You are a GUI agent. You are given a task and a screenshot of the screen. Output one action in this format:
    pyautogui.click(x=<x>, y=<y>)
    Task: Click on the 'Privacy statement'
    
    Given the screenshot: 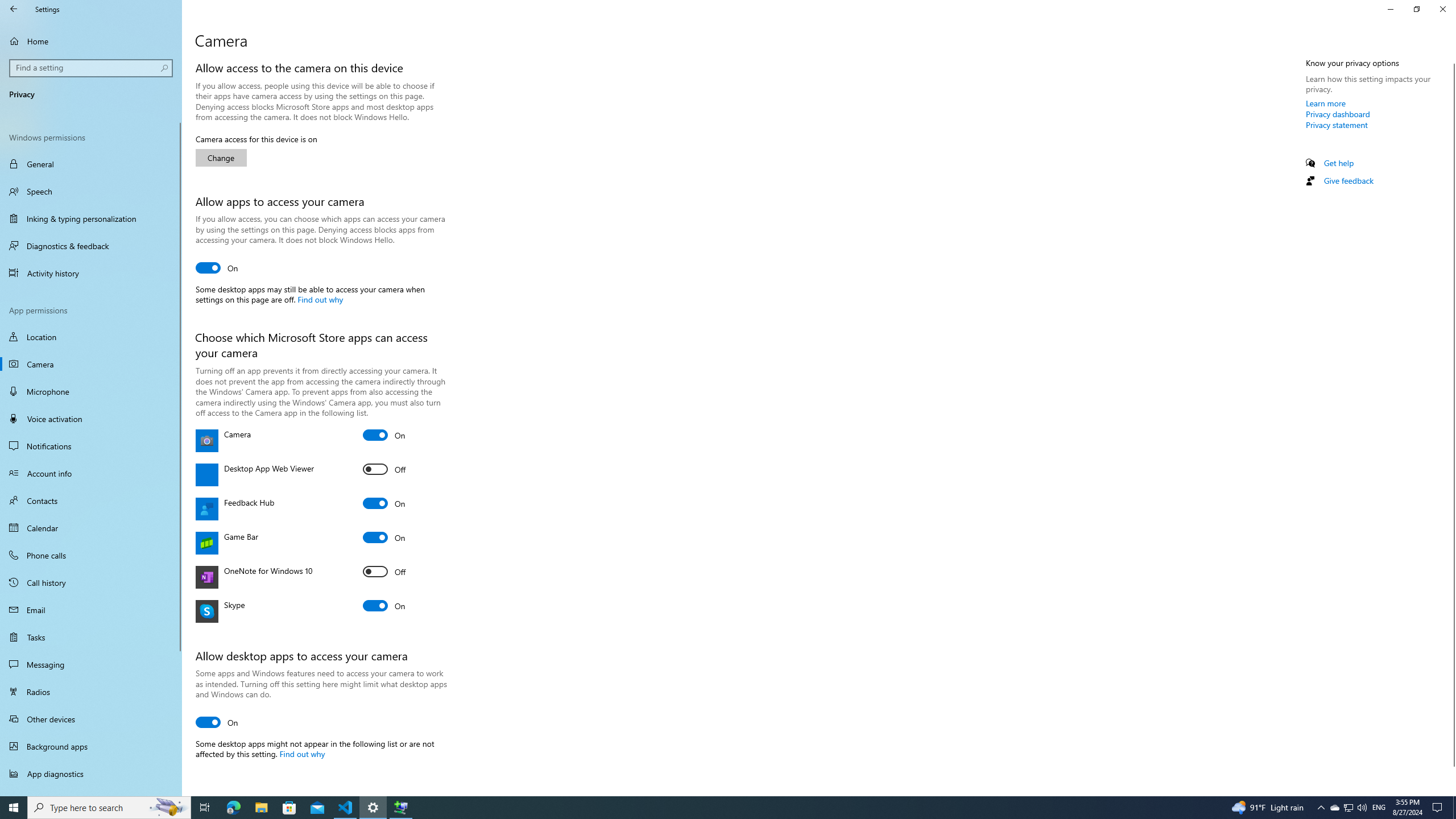 What is the action you would take?
    pyautogui.click(x=1336, y=124)
    